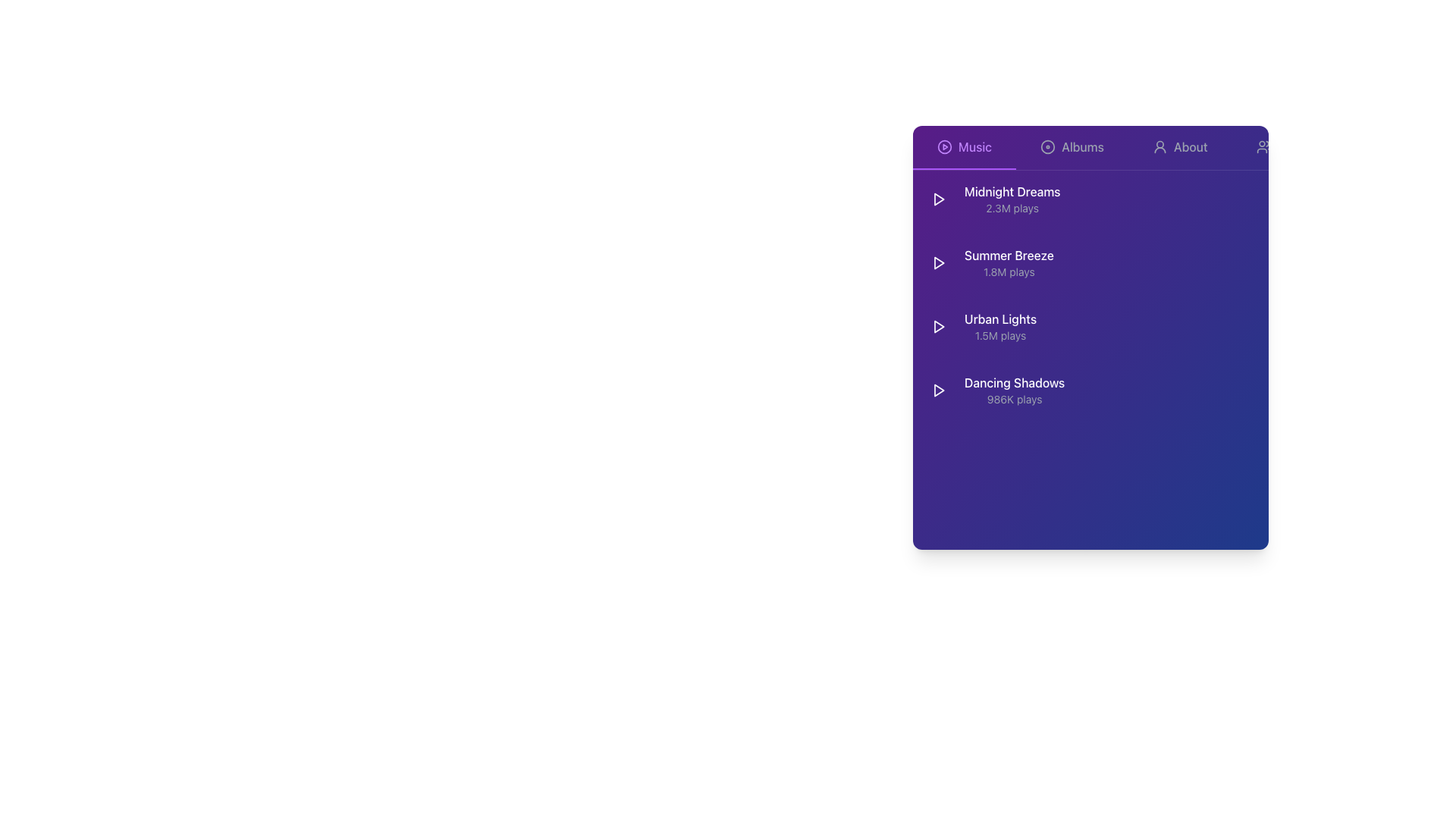  What do you see at coordinates (1012, 191) in the screenshot?
I see `the text label displaying 'Midnight Dreams' in white against a purple background, located above '2.3M plays' in a vertical list structure` at bounding box center [1012, 191].